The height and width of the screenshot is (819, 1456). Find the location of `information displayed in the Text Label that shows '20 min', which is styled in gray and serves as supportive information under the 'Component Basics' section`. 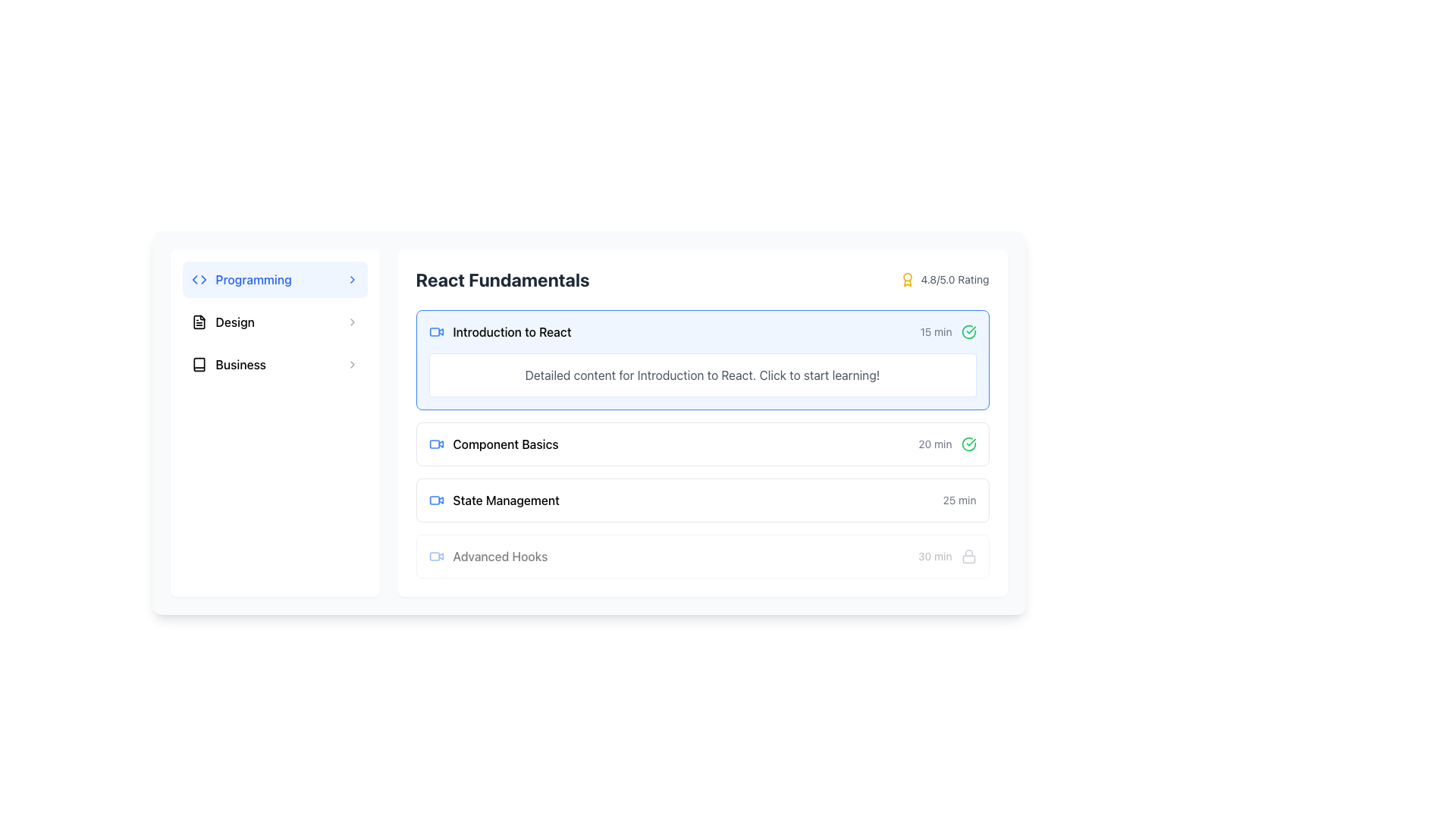

information displayed in the Text Label that shows '20 min', which is styled in gray and serves as supportive information under the 'Component Basics' section is located at coordinates (934, 444).